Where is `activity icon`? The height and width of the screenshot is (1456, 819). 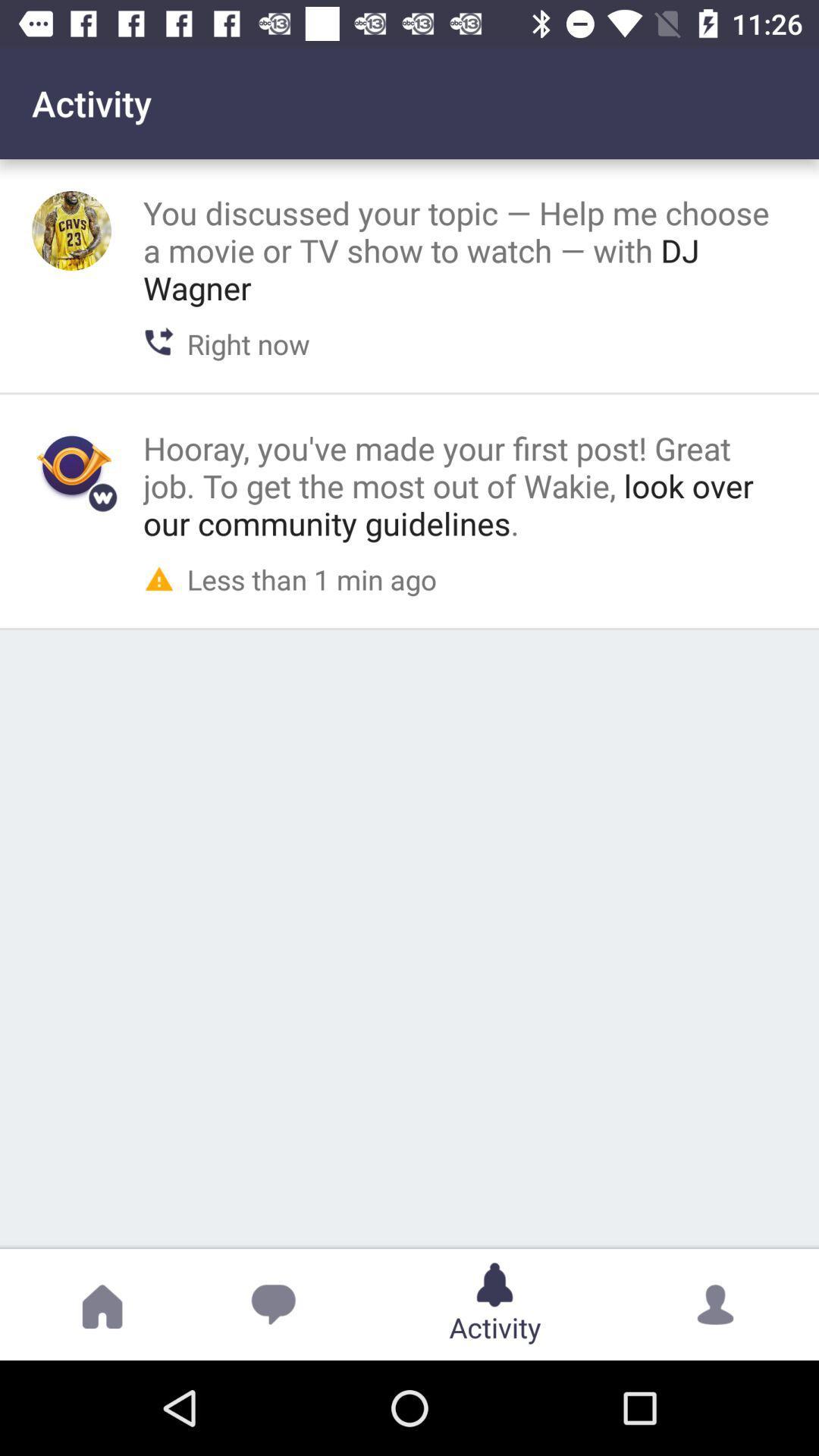 activity icon is located at coordinates (71, 465).